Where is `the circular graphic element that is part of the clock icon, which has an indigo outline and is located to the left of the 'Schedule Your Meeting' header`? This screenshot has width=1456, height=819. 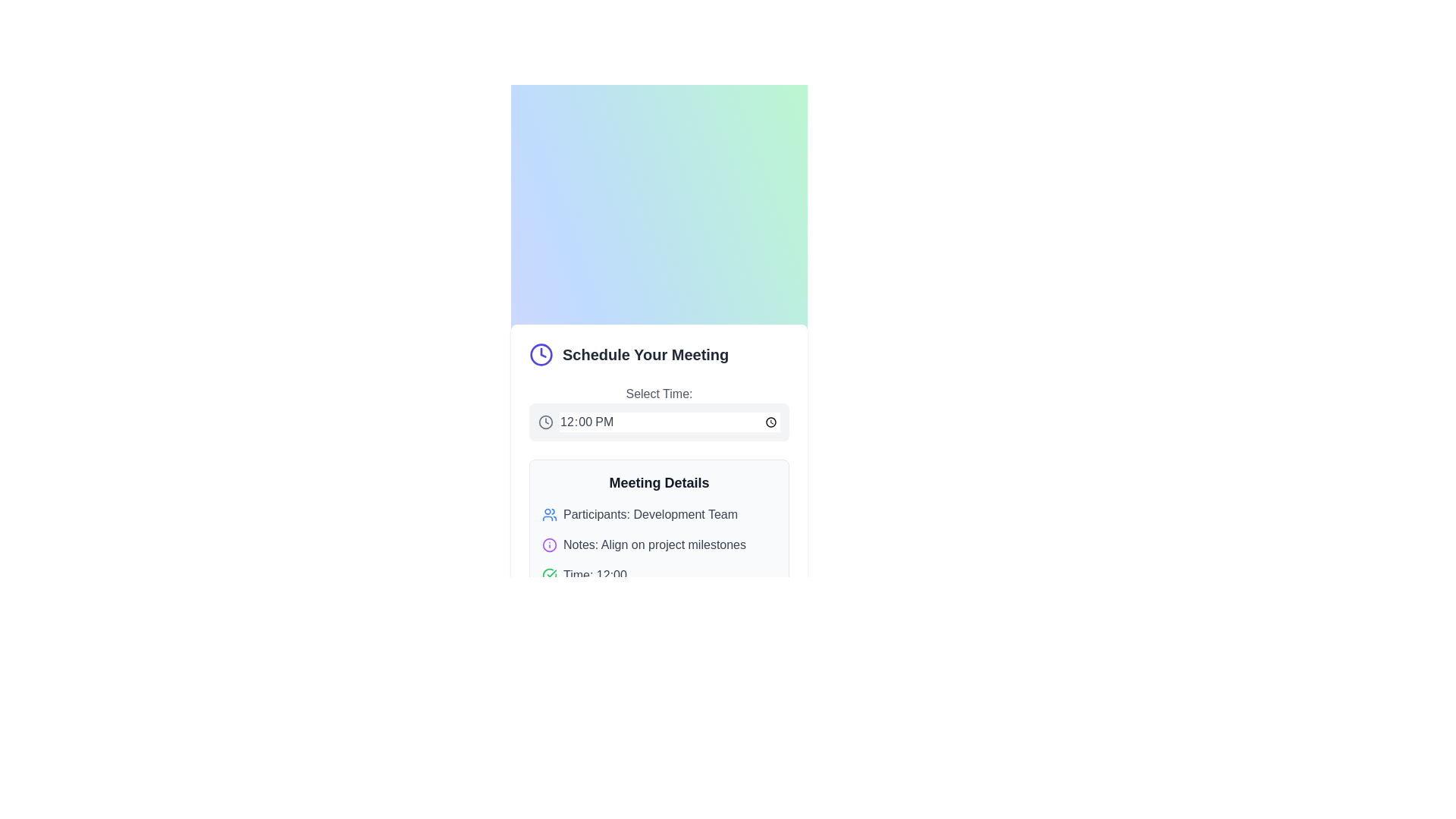 the circular graphic element that is part of the clock icon, which has an indigo outline and is located to the left of the 'Schedule Your Meeting' header is located at coordinates (541, 354).